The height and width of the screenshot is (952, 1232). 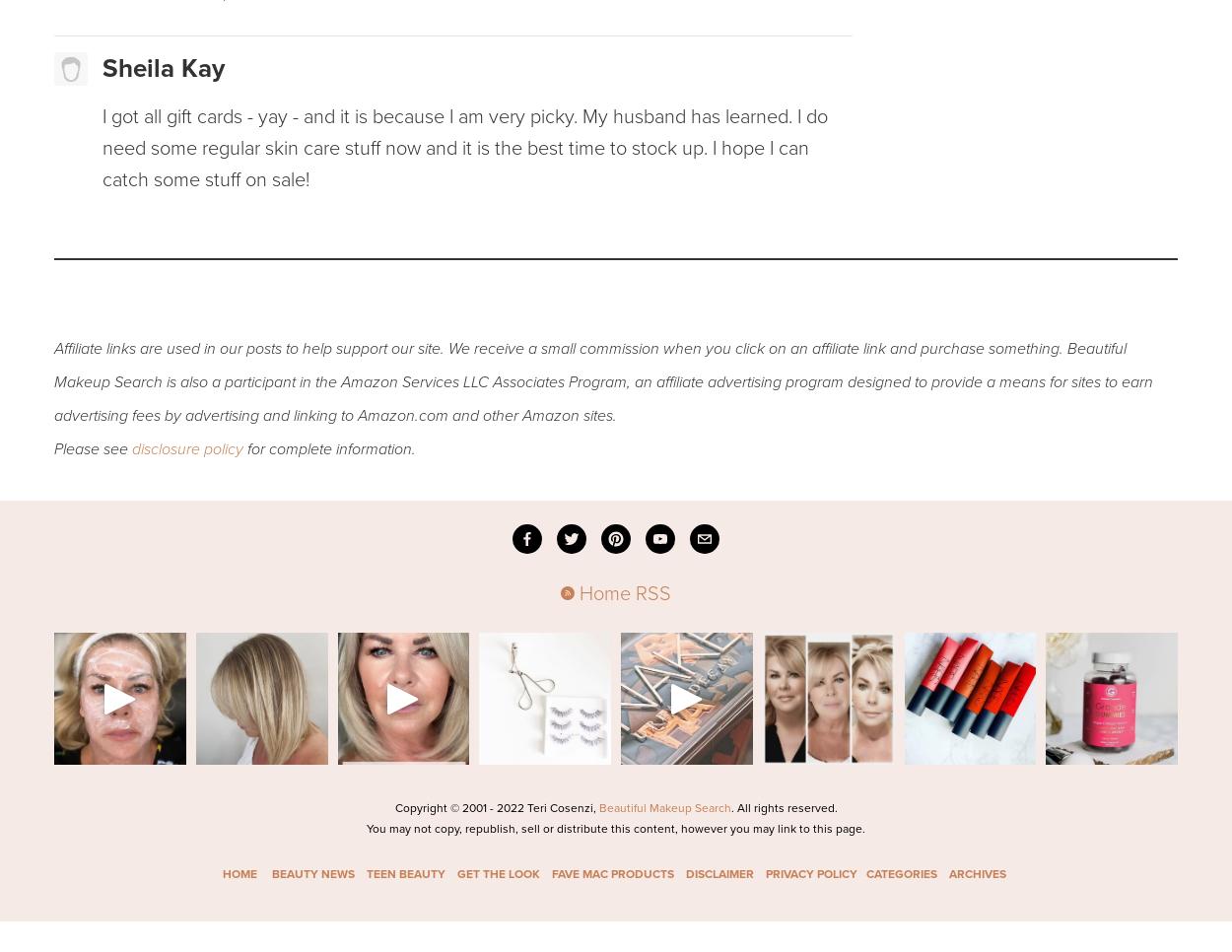 What do you see at coordinates (866, 873) in the screenshot?
I see `'CATEGORIES'` at bounding box center [866, 873].